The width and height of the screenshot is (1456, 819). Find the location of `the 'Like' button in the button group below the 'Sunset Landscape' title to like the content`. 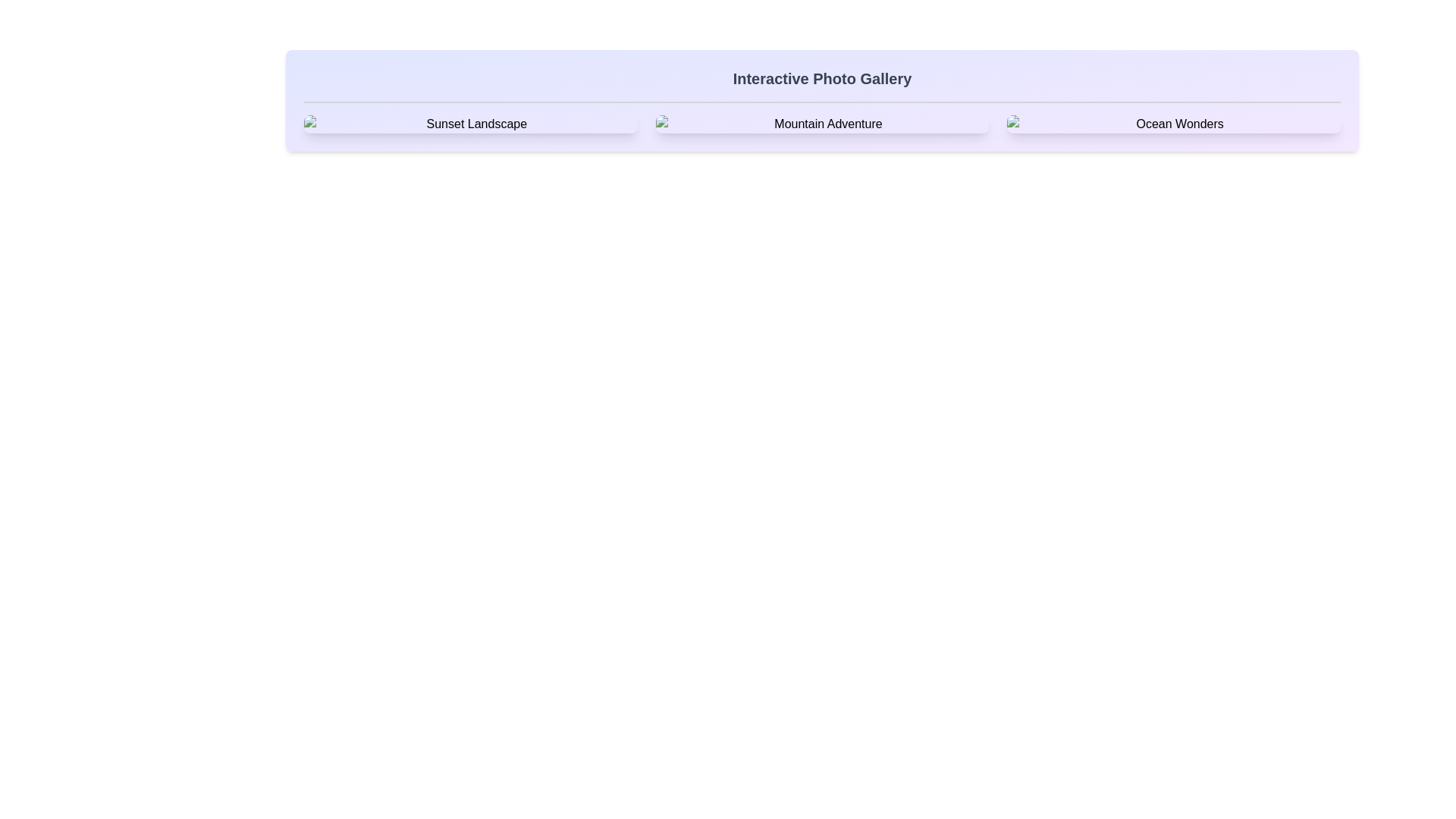

the 'Like' button in the button group below the 'Sunset Landscape' title to like the content is located at coordinates (469, 140).